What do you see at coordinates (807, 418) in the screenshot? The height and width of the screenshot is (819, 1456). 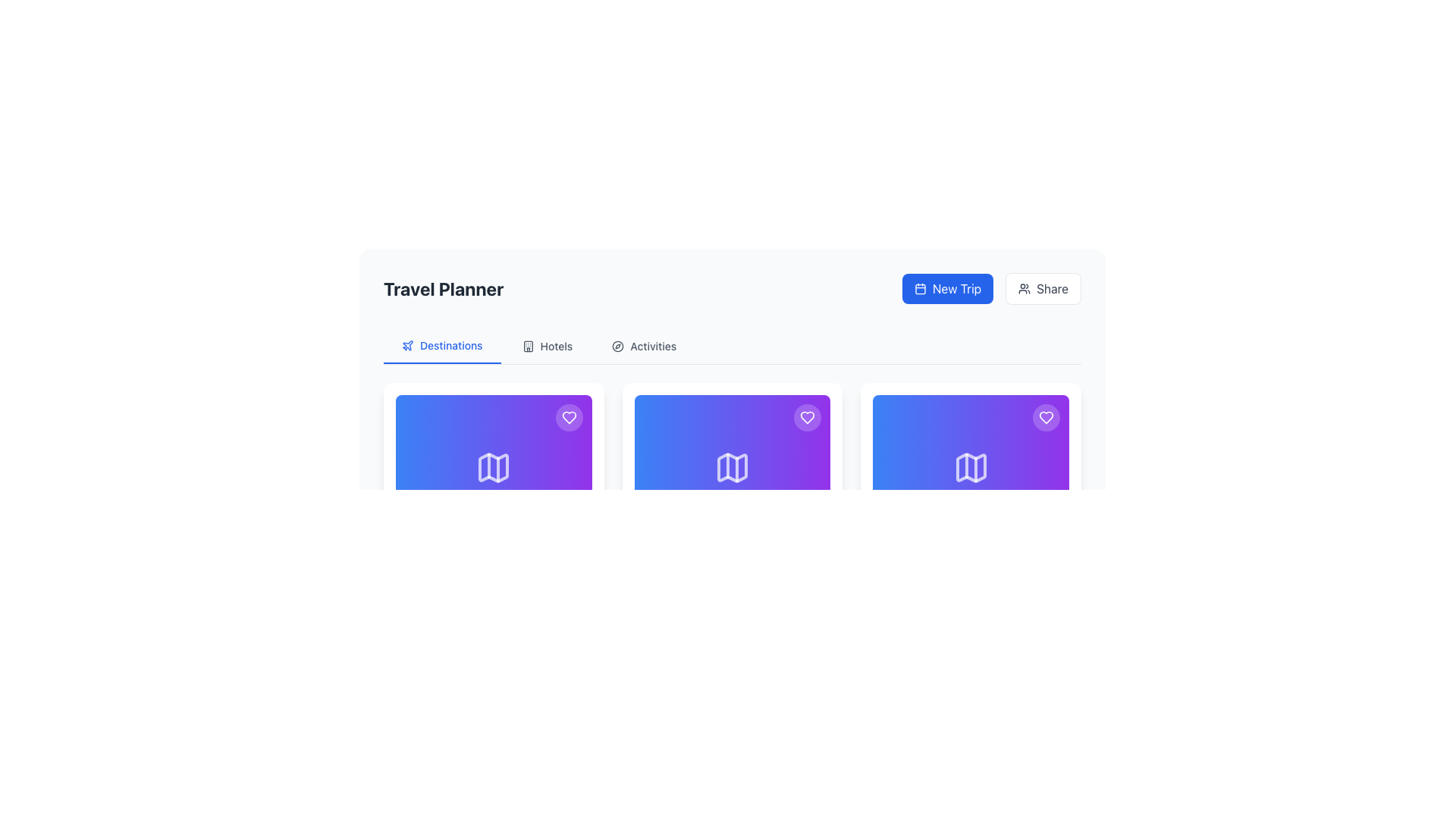 I see `the heart-shaped icon within the interactive button at the top-right corner of the purple card to mark it as a favorite` at bounding box center [807, 418].